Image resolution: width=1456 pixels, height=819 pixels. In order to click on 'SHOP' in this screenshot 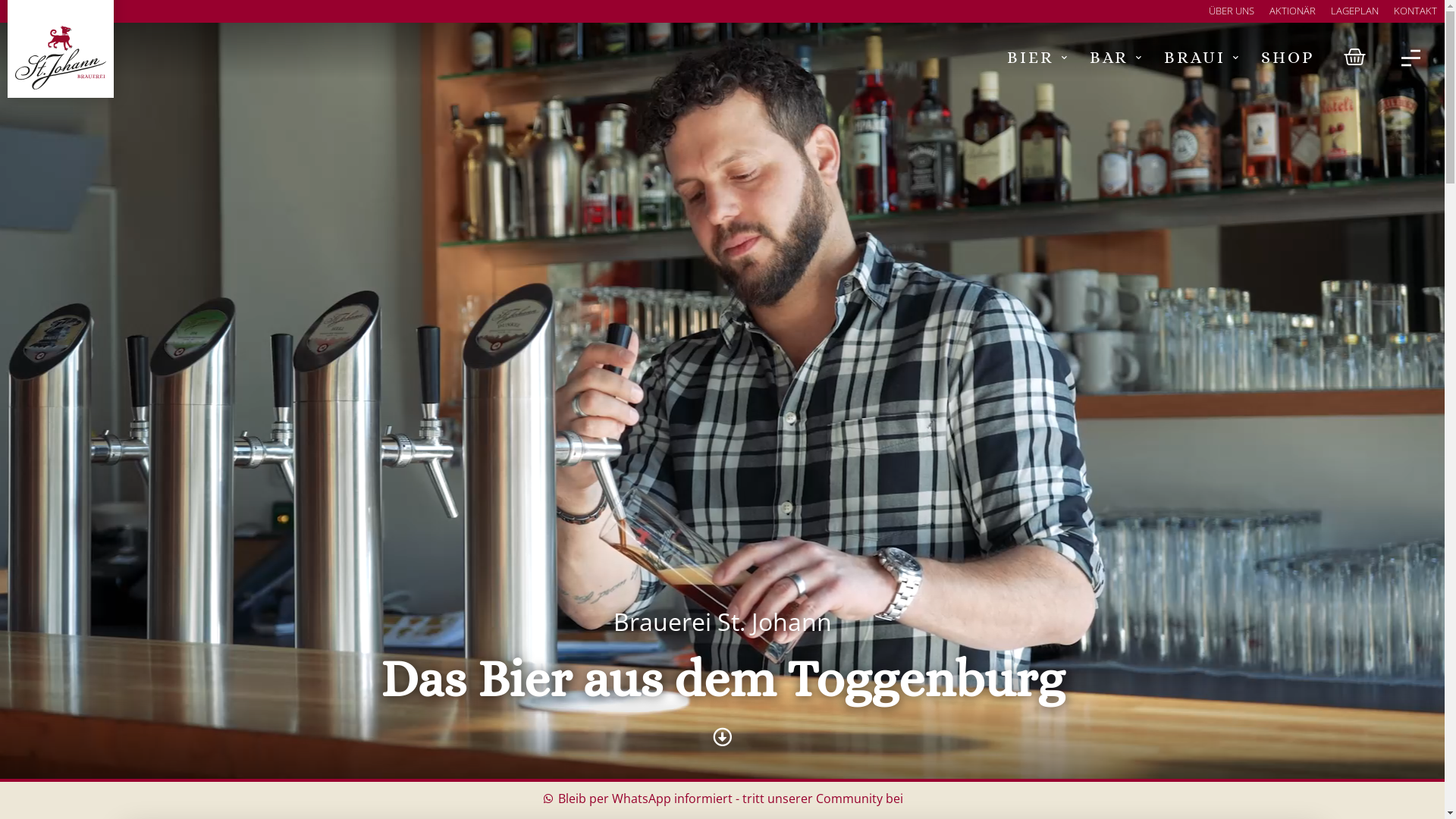, I will do `click(1287, 57)`.